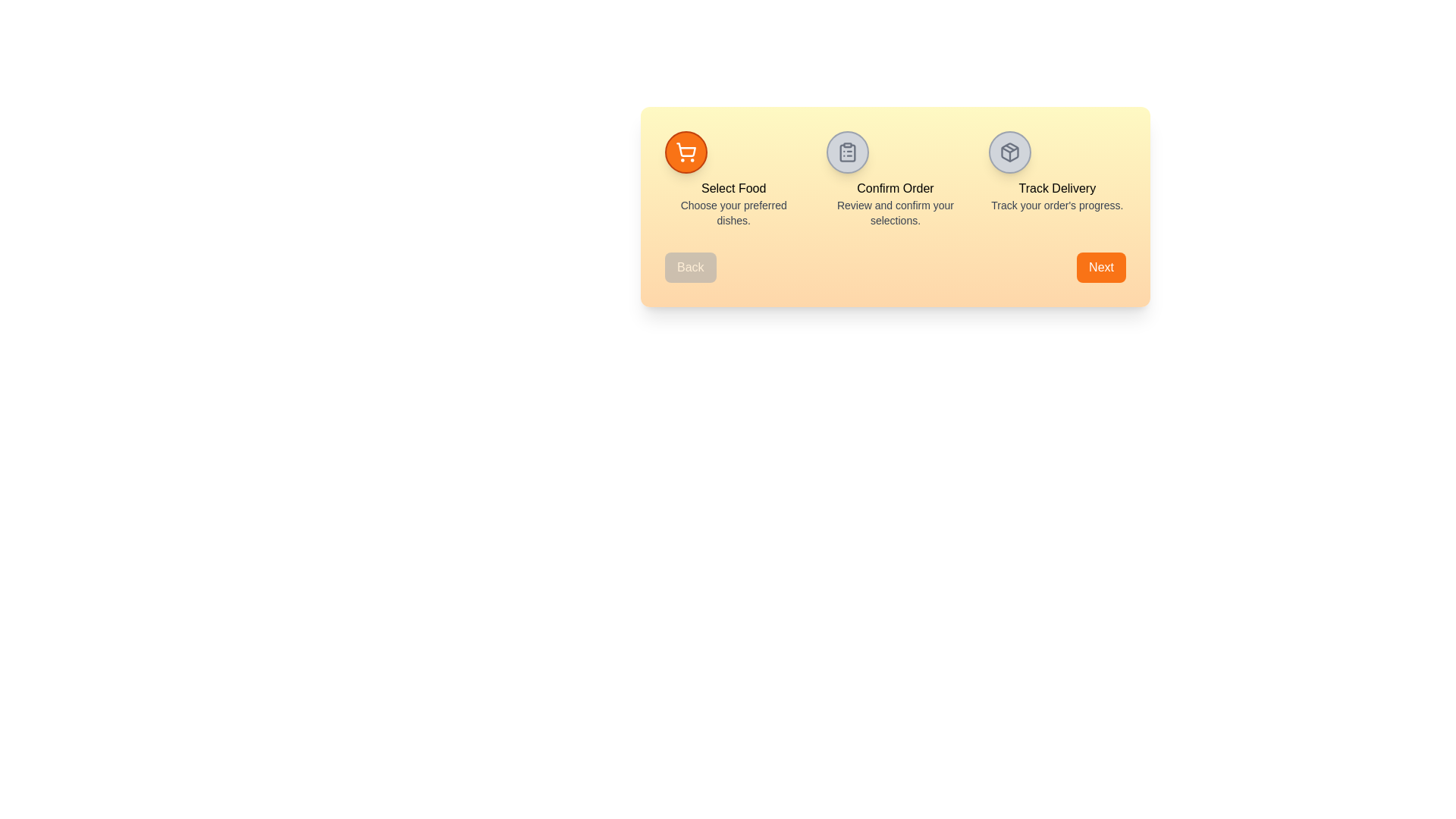 This screenshot has width=1456, height=819. Describe the element at coordinates (847, 152) in the screenshot. I see `the step Confirm Order to explore its details` at that location.